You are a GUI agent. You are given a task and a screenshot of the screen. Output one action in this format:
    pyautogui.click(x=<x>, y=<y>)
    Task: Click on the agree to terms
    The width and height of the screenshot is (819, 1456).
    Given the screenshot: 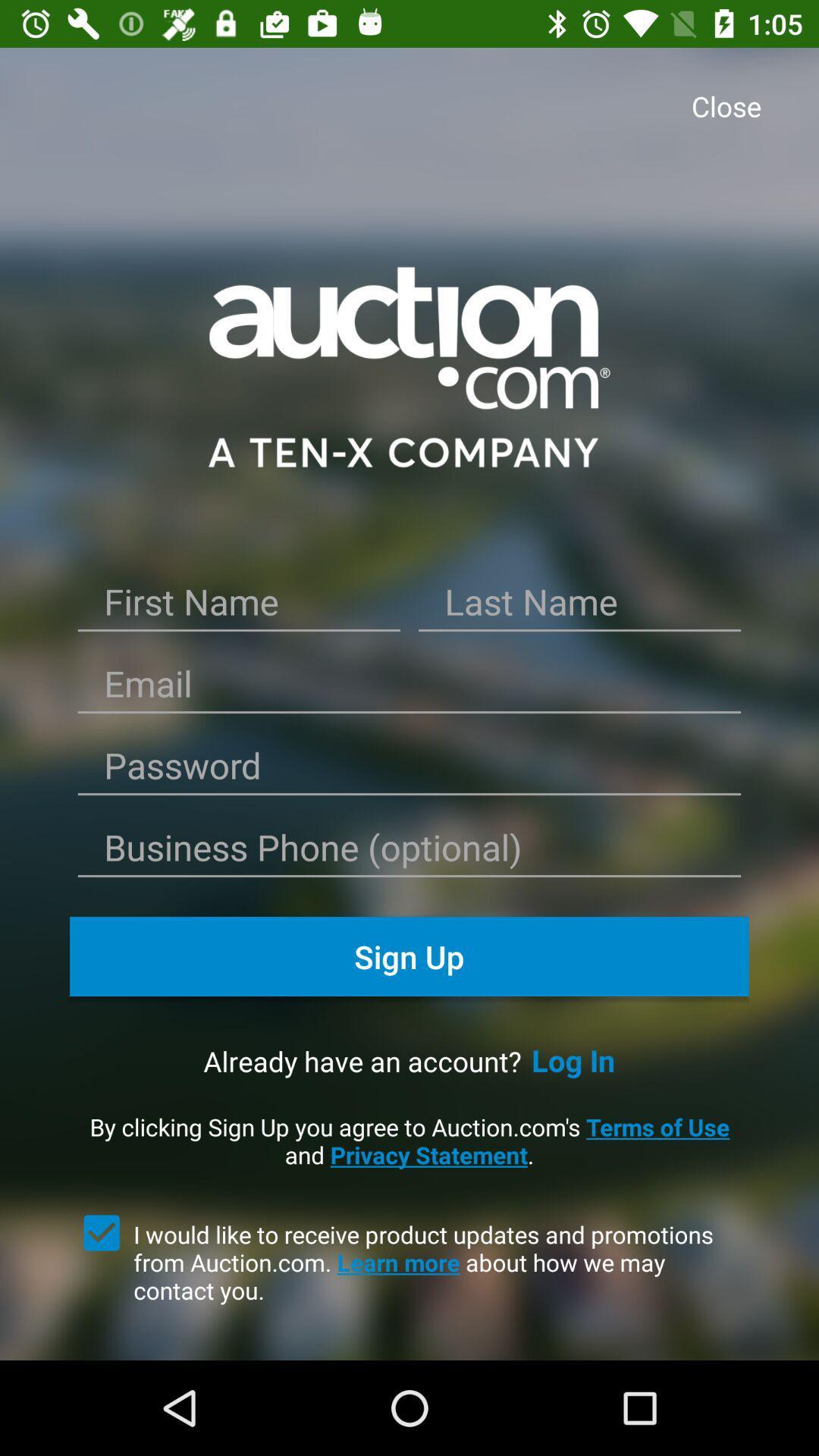 What is the action you would take?
    pyautogui.click(x=102, y=1233)
    